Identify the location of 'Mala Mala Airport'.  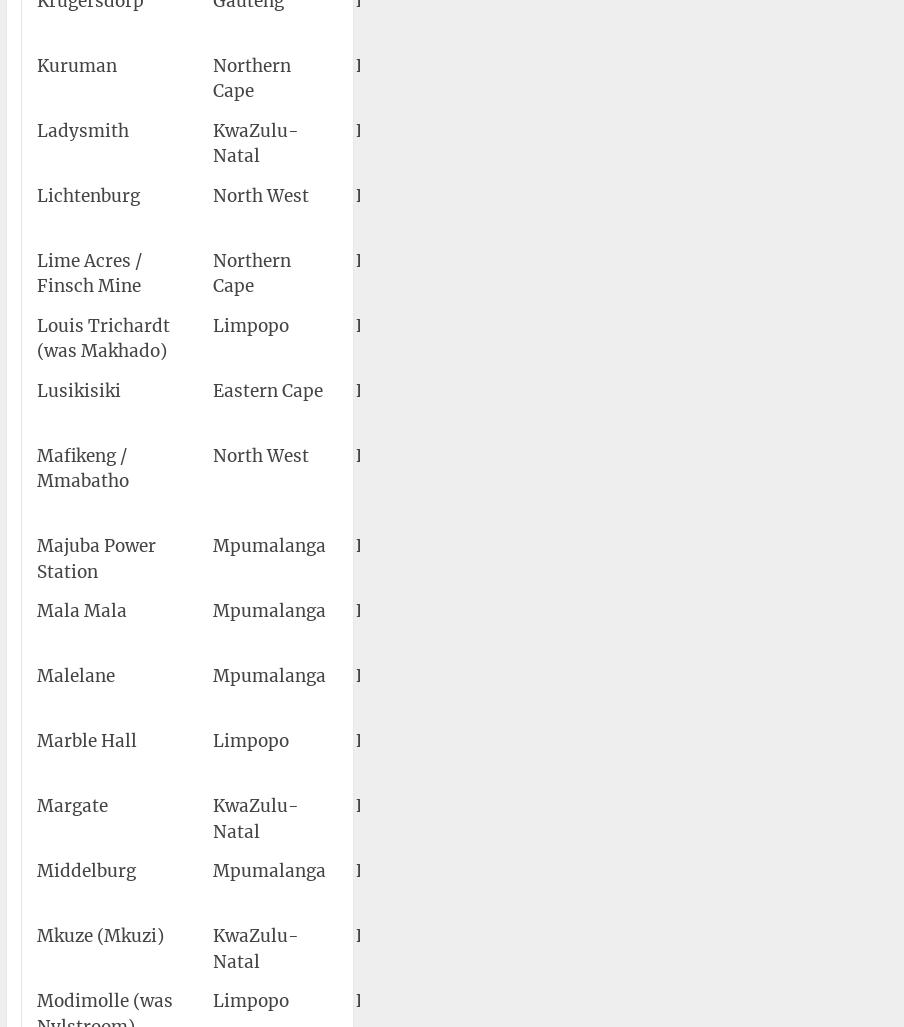
(562, 623).